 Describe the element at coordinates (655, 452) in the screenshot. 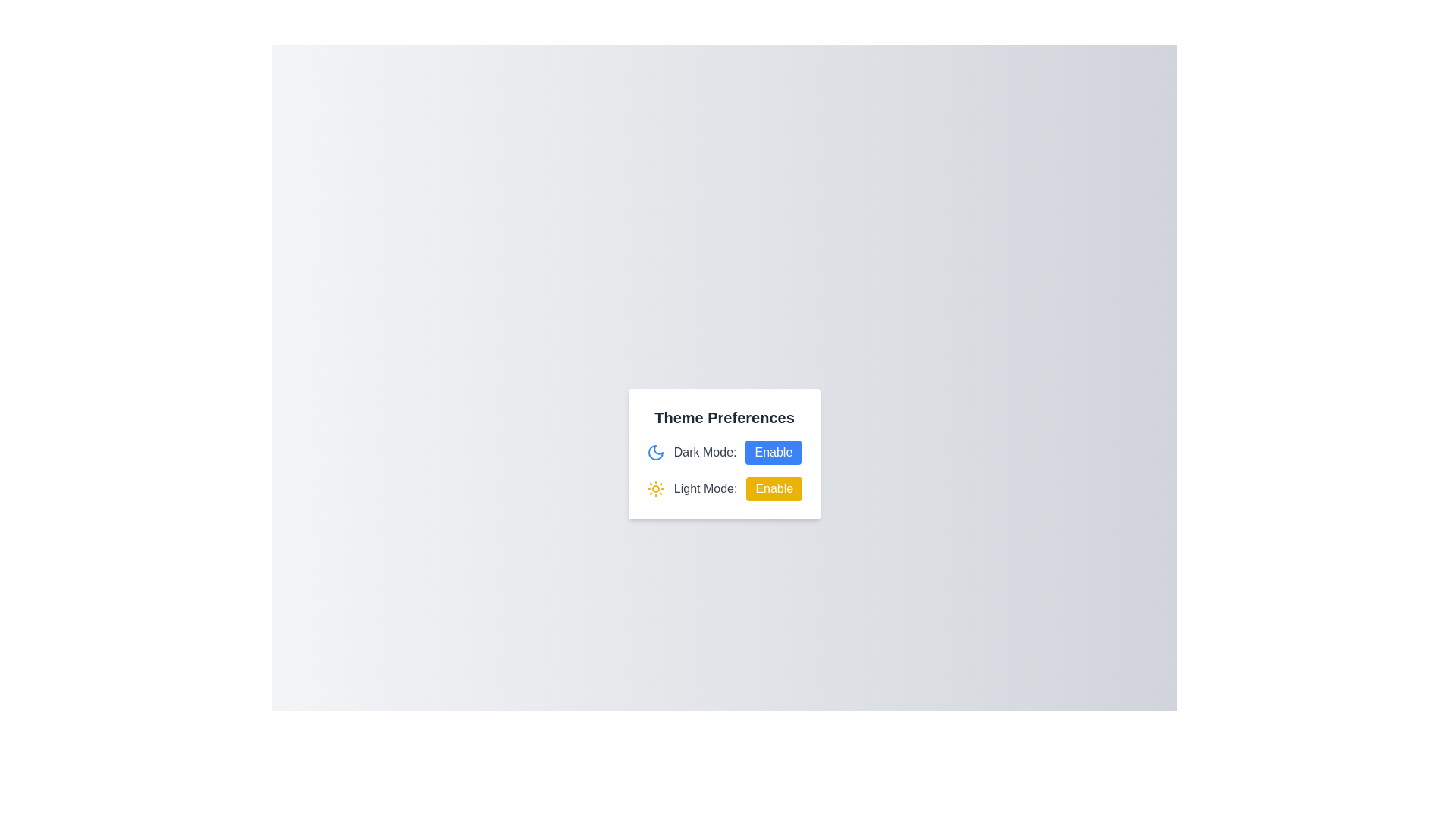

I see `the crescent moon icon indicating the 'Dark Mode' functionality, which is located to the left of the text 'Dark Mode: Enable'` at that location.